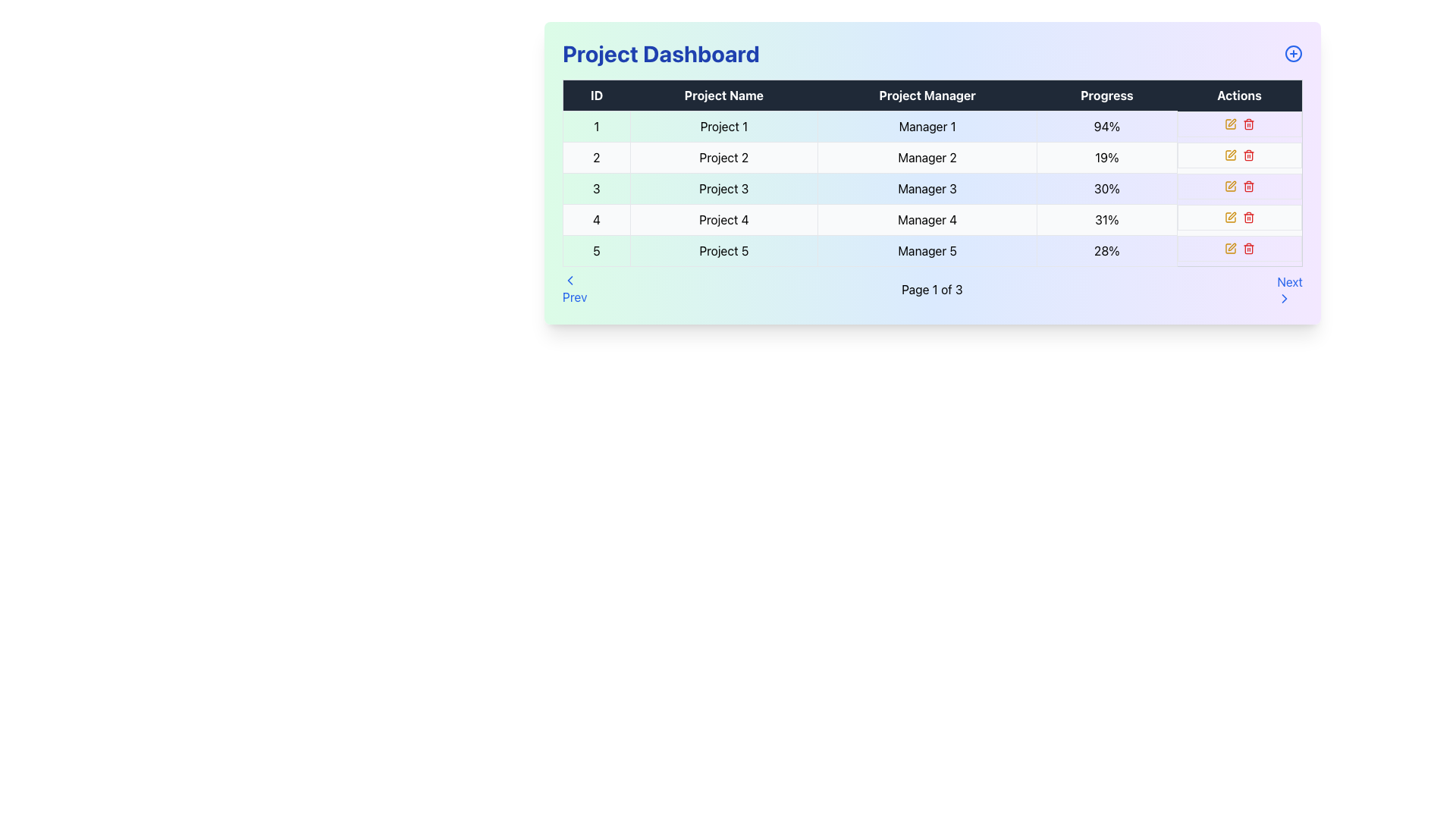 This screenshot has width=1456, height=819. I want to click on the static text displaying the progress percentage (94%) in the fourth column of the first row of the table, which represents the current completion level of the project, so click(1106, 125).